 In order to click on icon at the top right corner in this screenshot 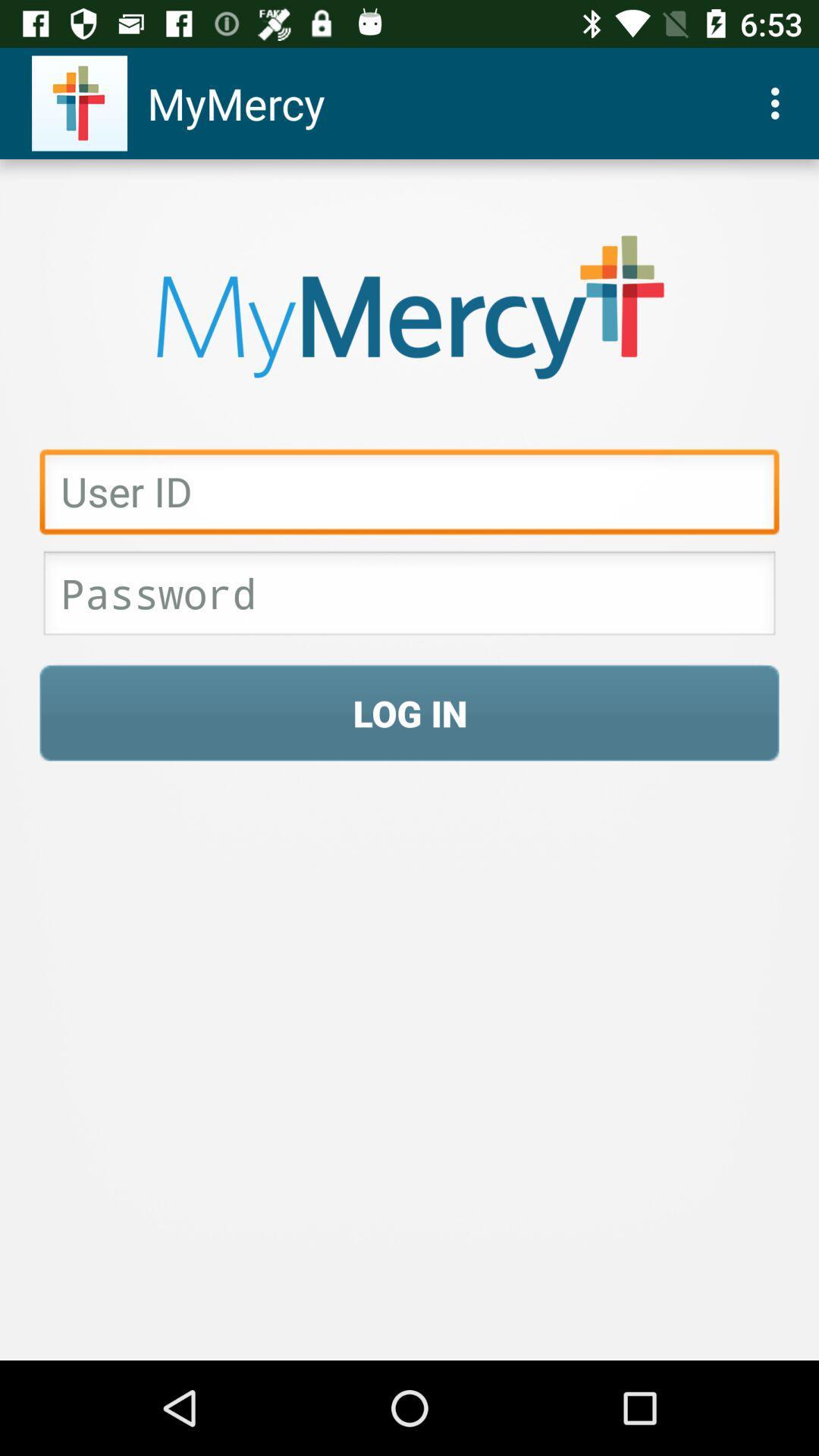, I will do `click(779, 102)`.